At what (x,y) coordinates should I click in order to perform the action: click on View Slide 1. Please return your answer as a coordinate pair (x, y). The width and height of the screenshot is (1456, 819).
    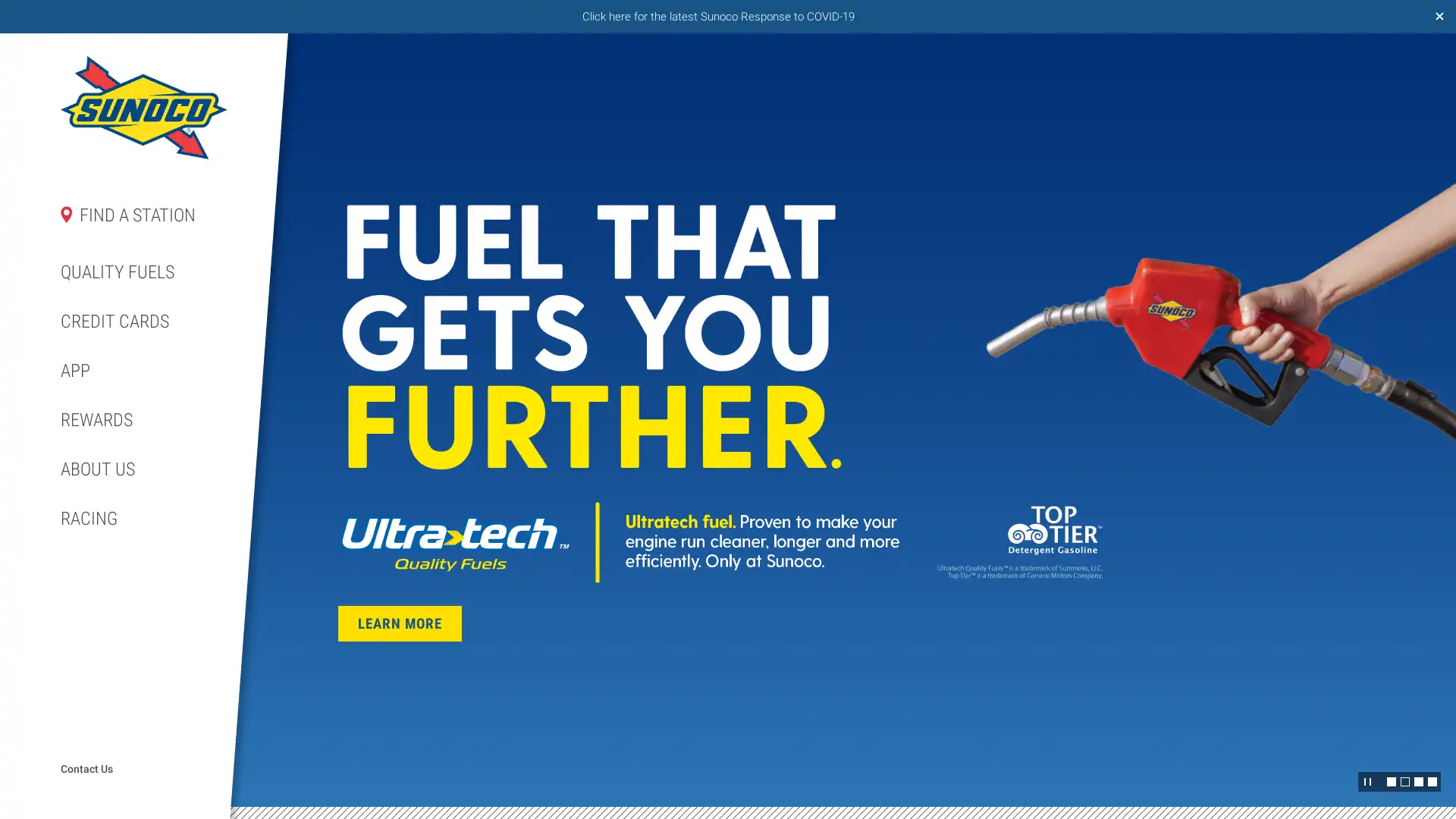
    Looking at the image, I should click on (1391, 781).